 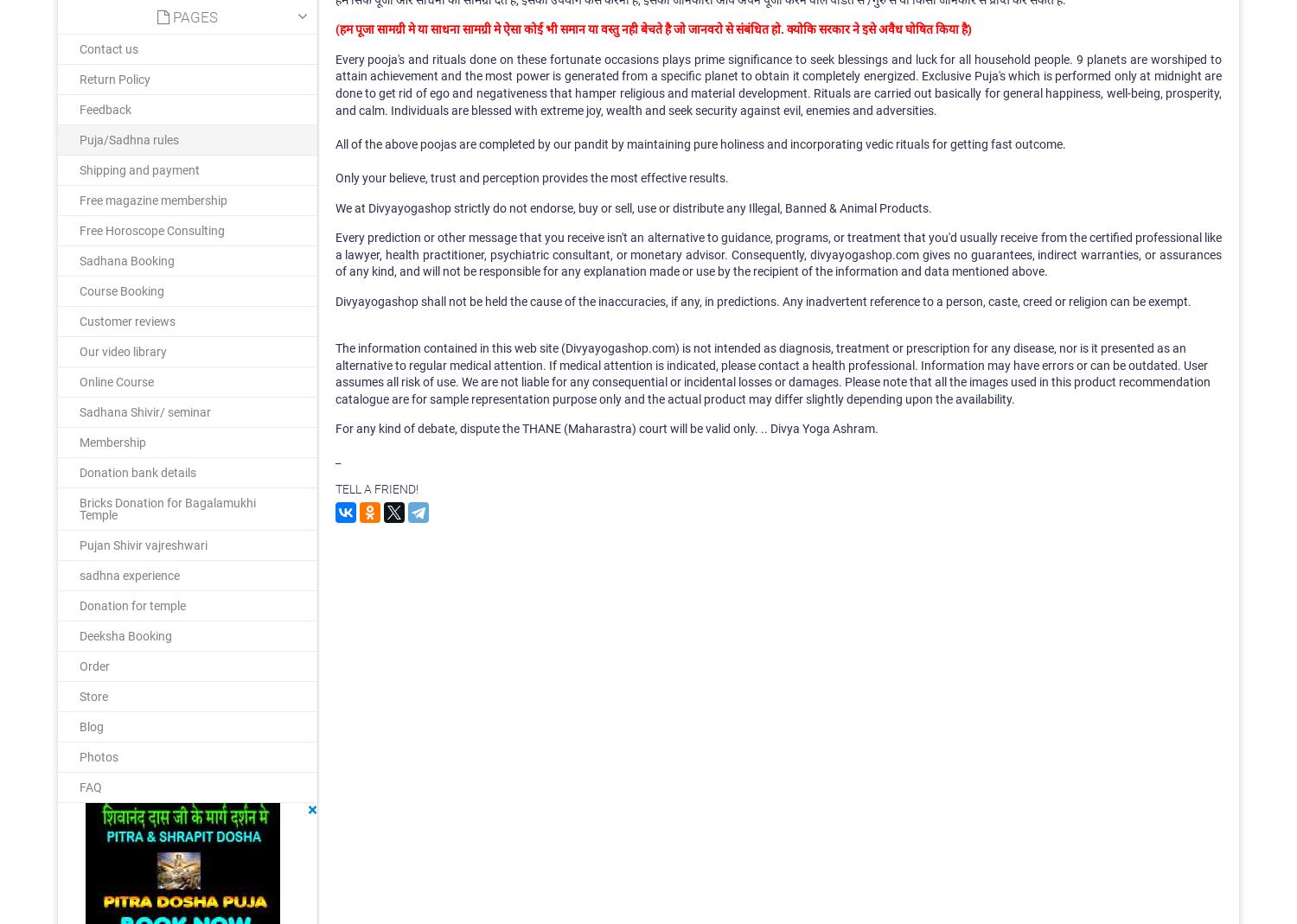 What do you see at coordinates (115, 77) in the screenshot?
I see `'Return Policy'` at bounding box center [115, 77].